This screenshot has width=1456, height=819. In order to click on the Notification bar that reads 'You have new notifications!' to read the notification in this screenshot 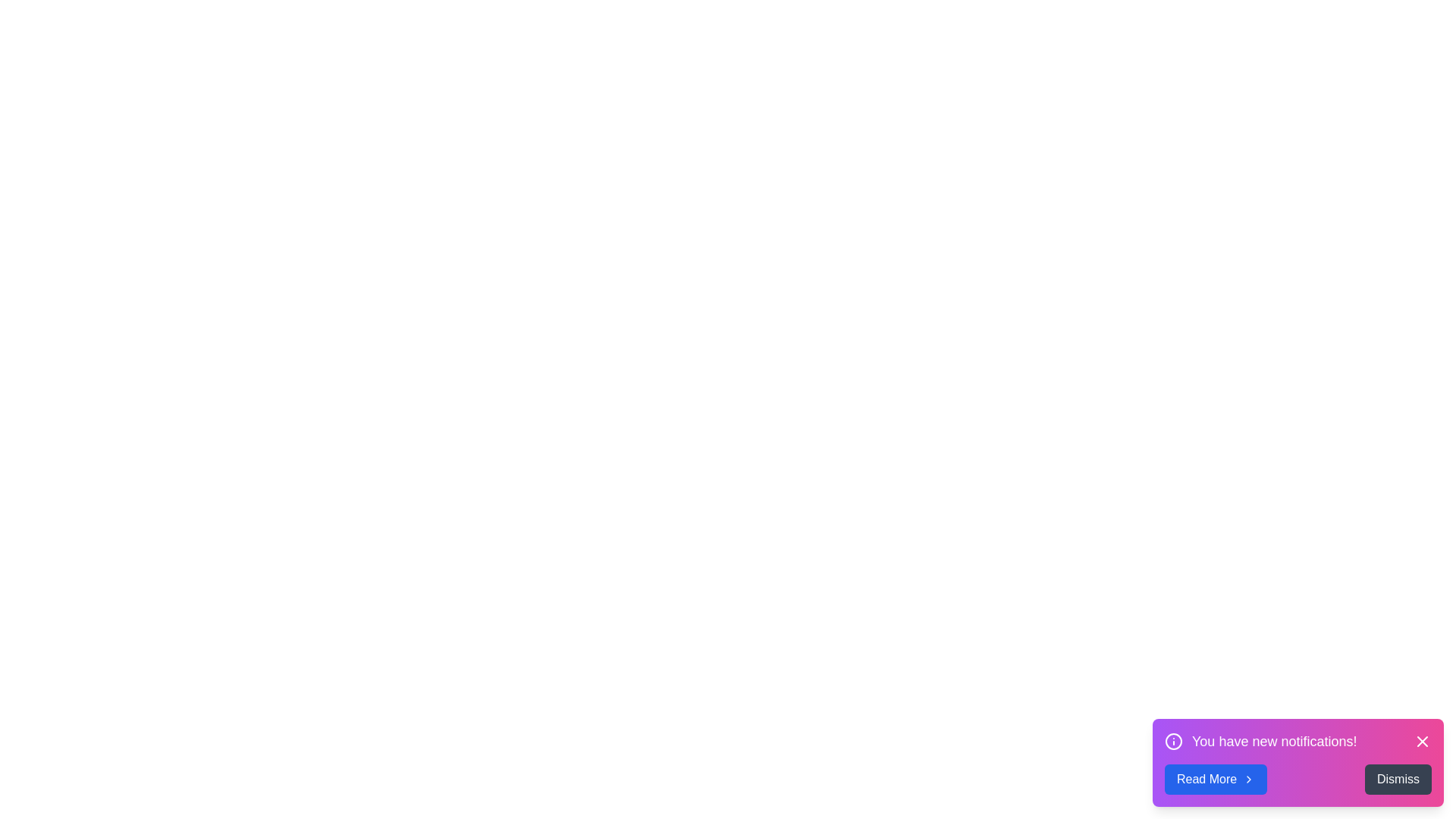, I will do `click(1298, 741)`.